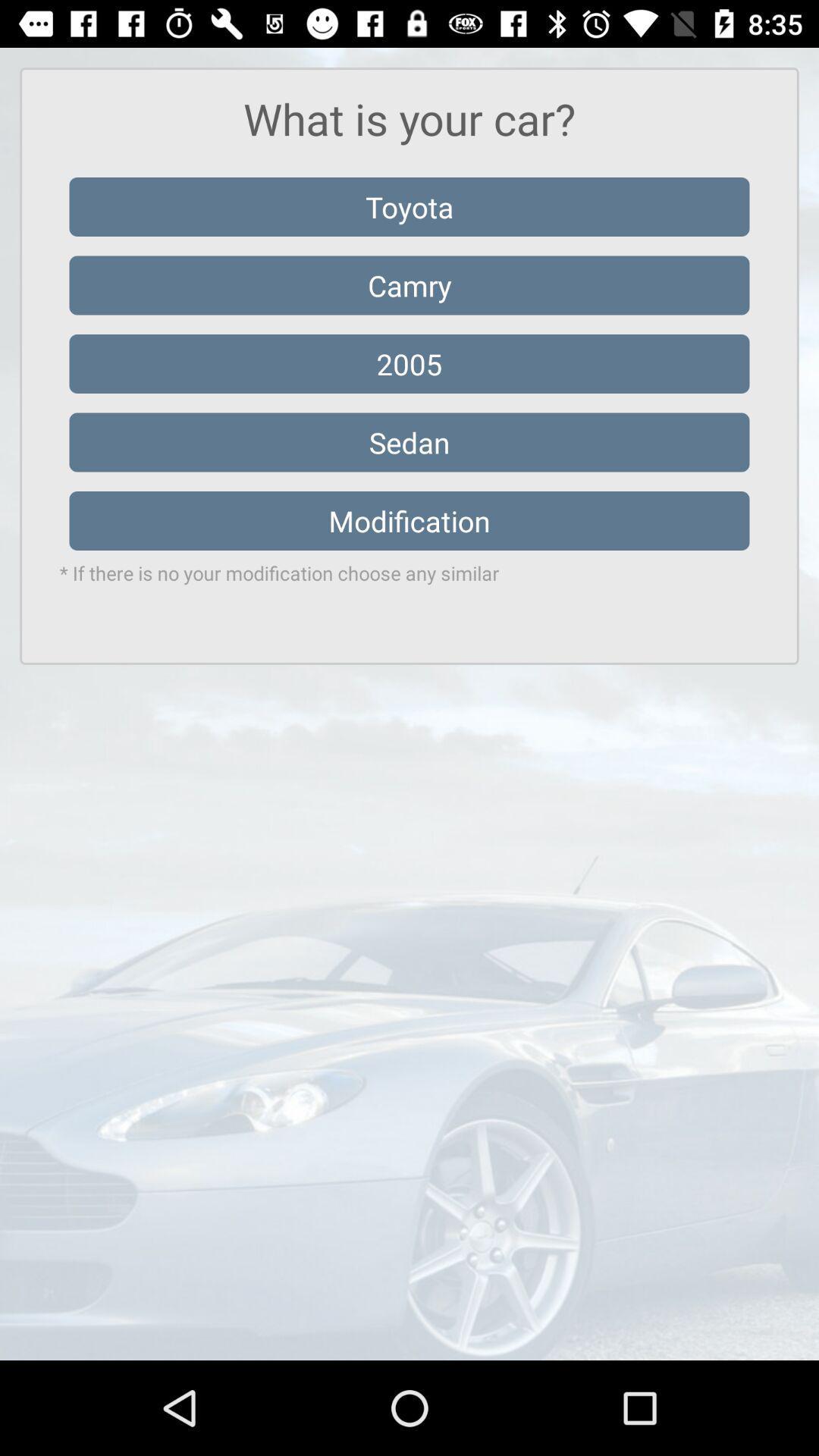 The width and height of the screenshot is (819, 1456). What do you see at coordinates (409, 441) in the screenshot?
I see `icon above modification` at bounding box center [409, 441].